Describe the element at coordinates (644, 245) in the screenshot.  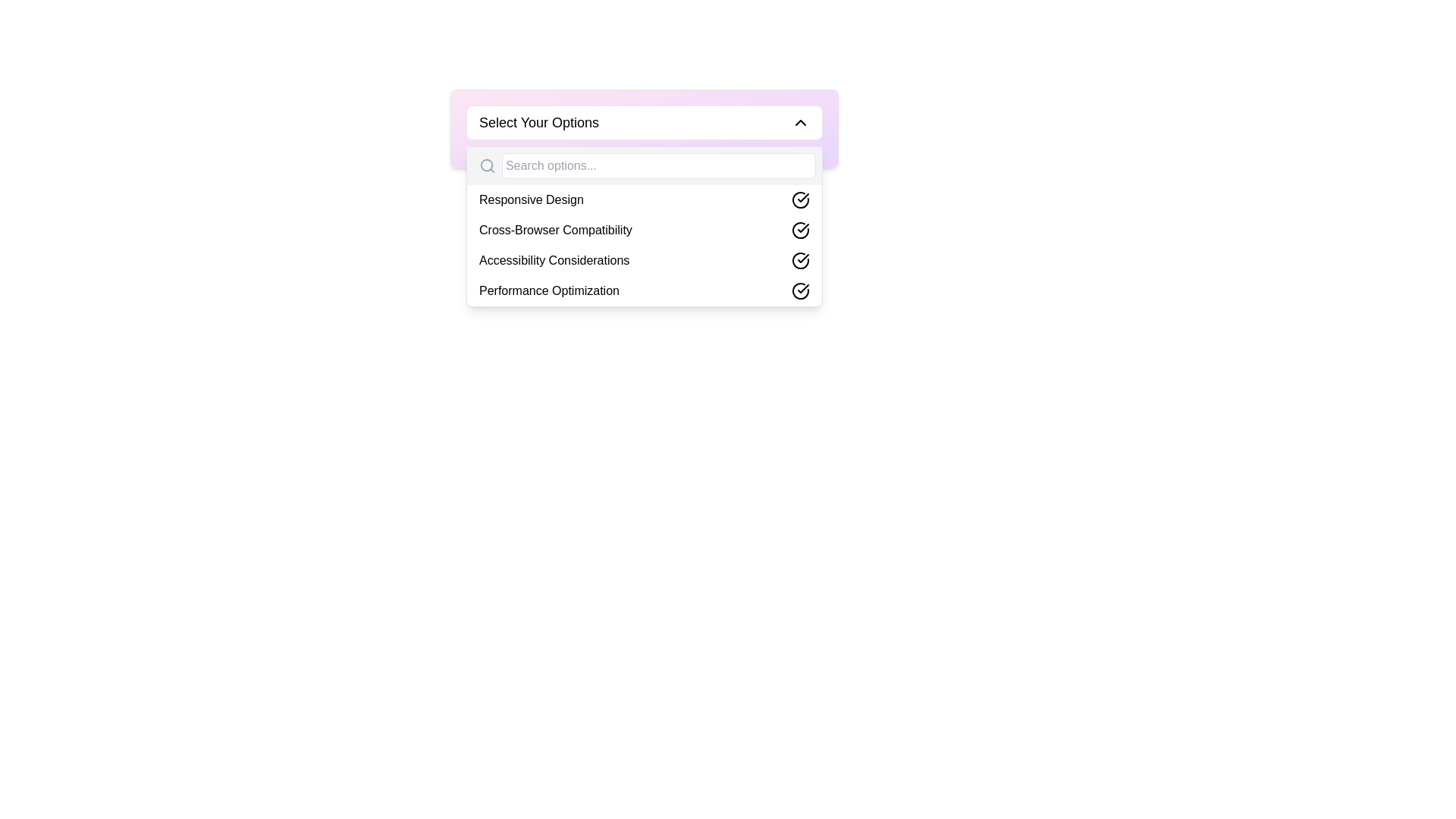
I see `the checkmark of the 'Cross-Browser Compatibility' option in the dropdown menu` at that location.